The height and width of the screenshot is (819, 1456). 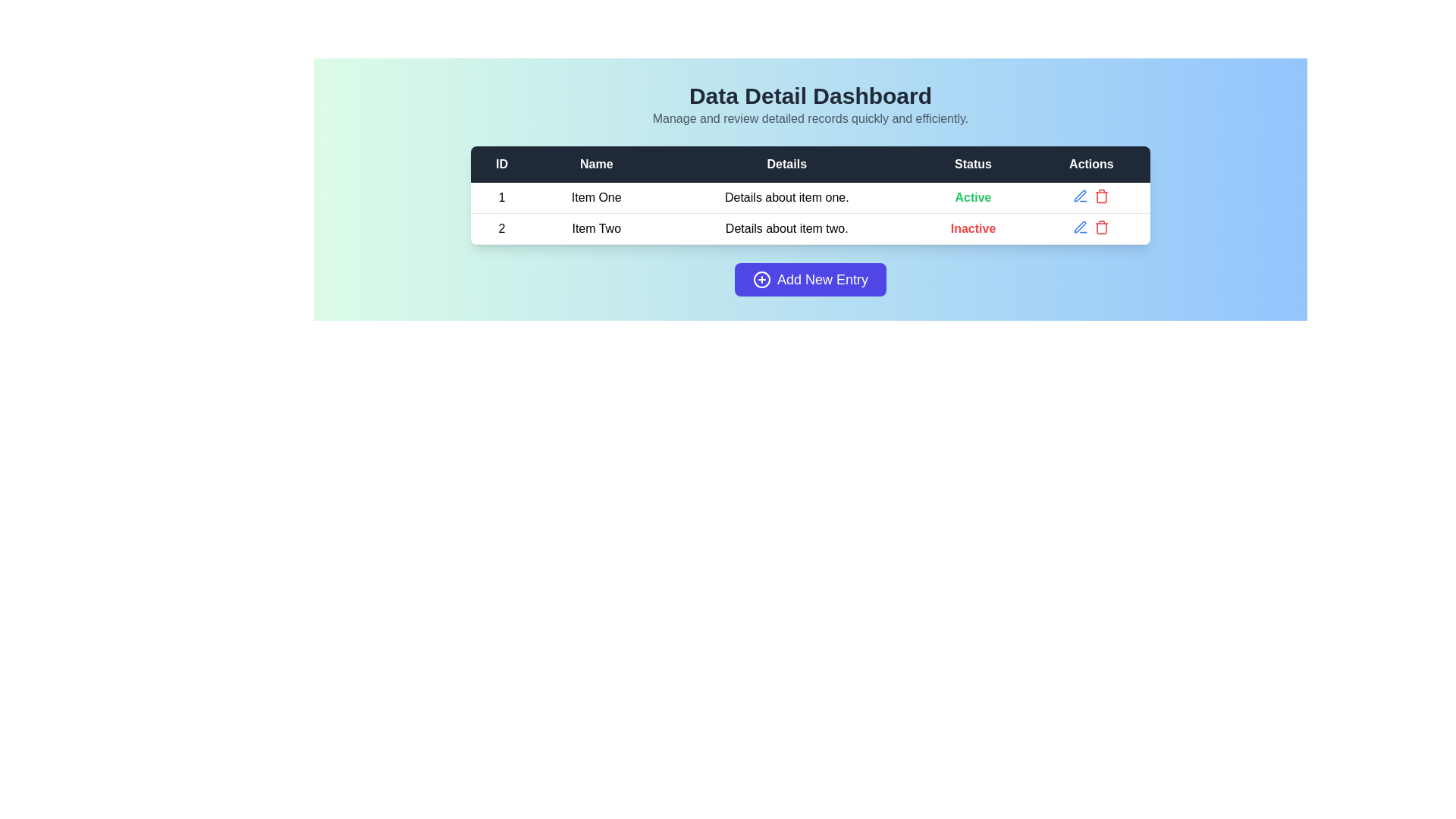 I want to click on SVG Circle Element, which is part of the button labeled 'Add New Entry' with a blue background and white text, located at the bottom portion of the interface, so click(x=761, y=280).